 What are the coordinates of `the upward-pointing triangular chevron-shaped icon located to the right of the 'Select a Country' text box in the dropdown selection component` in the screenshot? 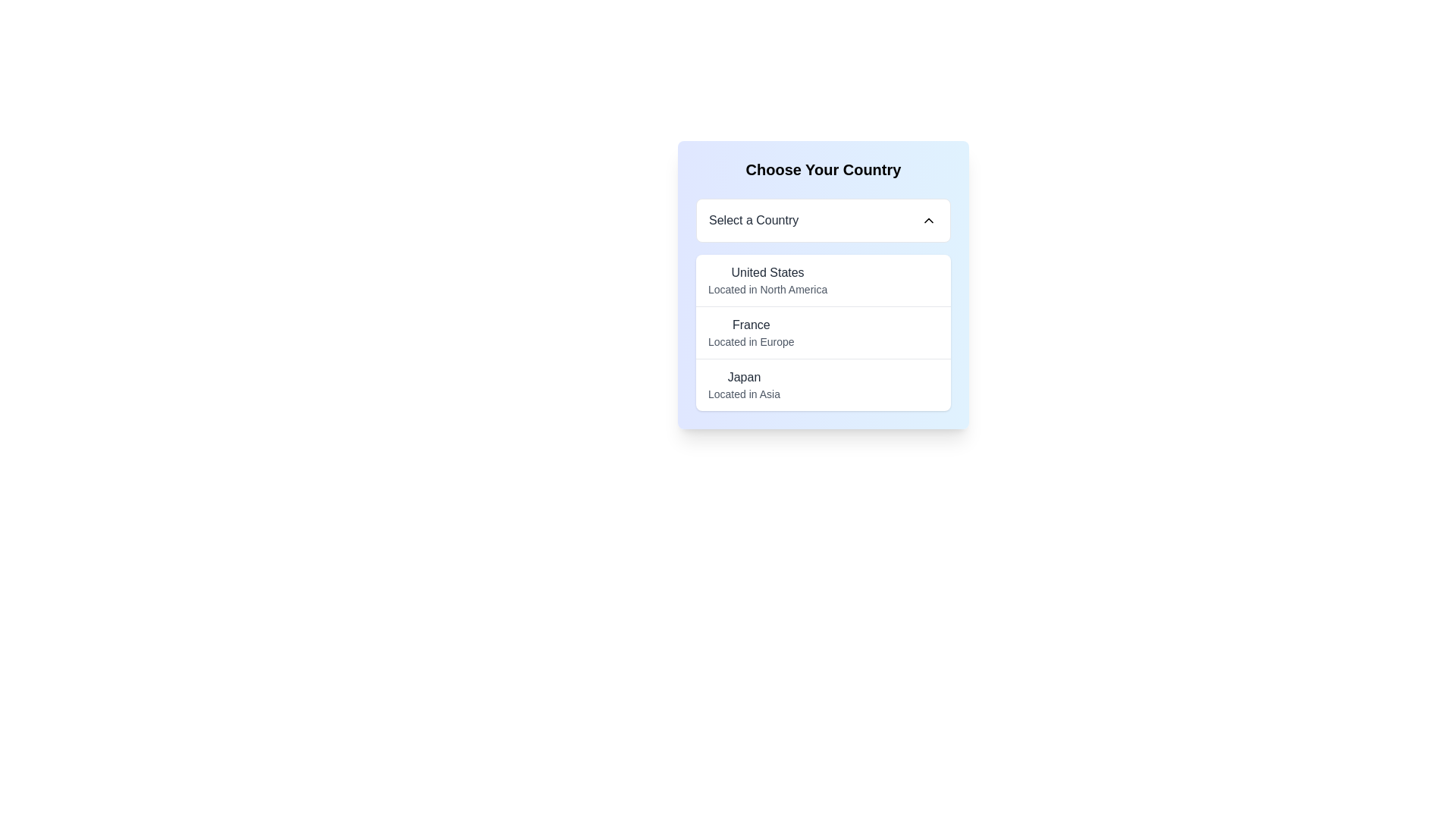 It's located at (927, 220).